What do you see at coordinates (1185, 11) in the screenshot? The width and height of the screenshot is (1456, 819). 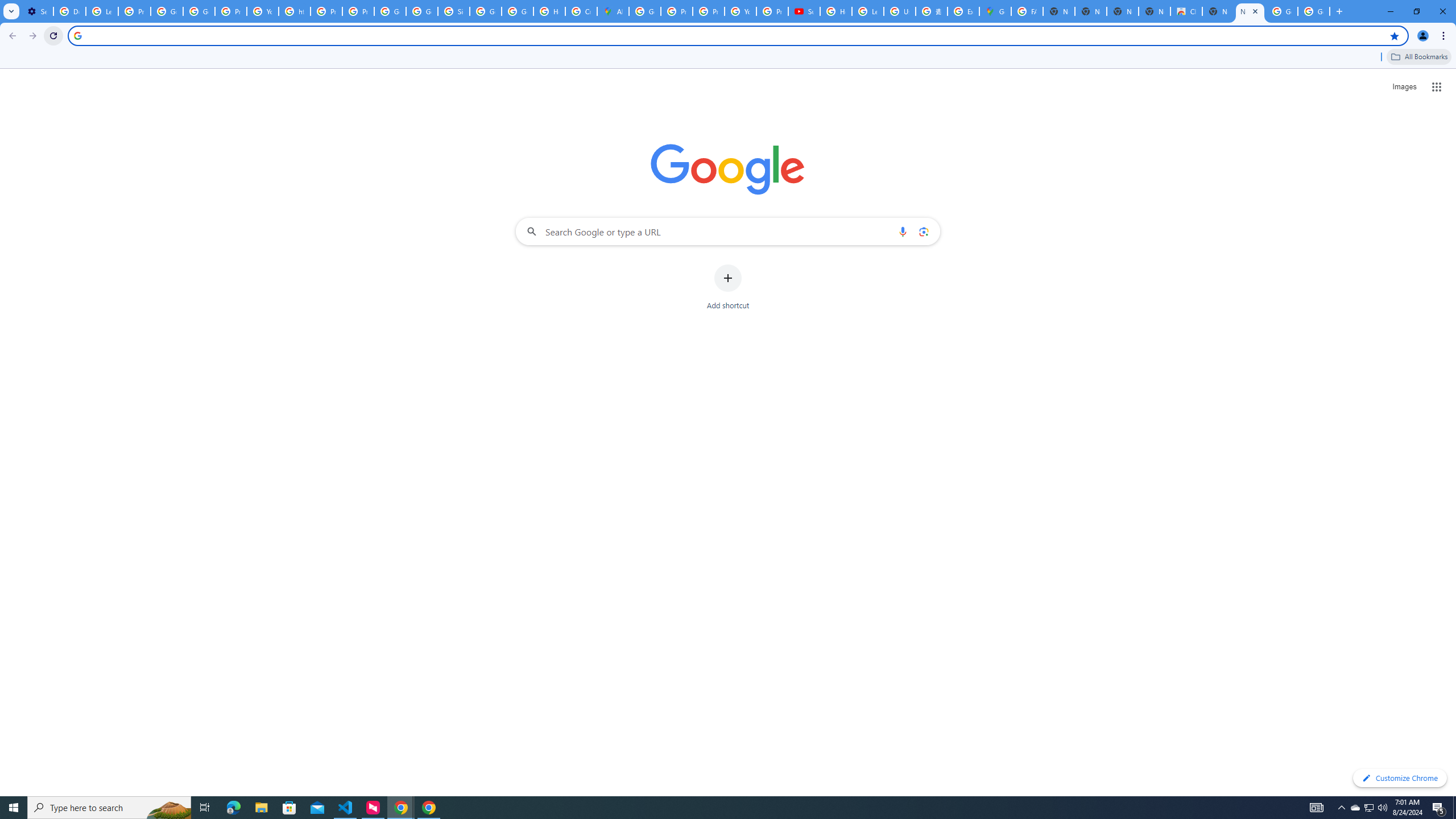 I see `'Chrome Web Store'` at bounding box center [1185, 11].